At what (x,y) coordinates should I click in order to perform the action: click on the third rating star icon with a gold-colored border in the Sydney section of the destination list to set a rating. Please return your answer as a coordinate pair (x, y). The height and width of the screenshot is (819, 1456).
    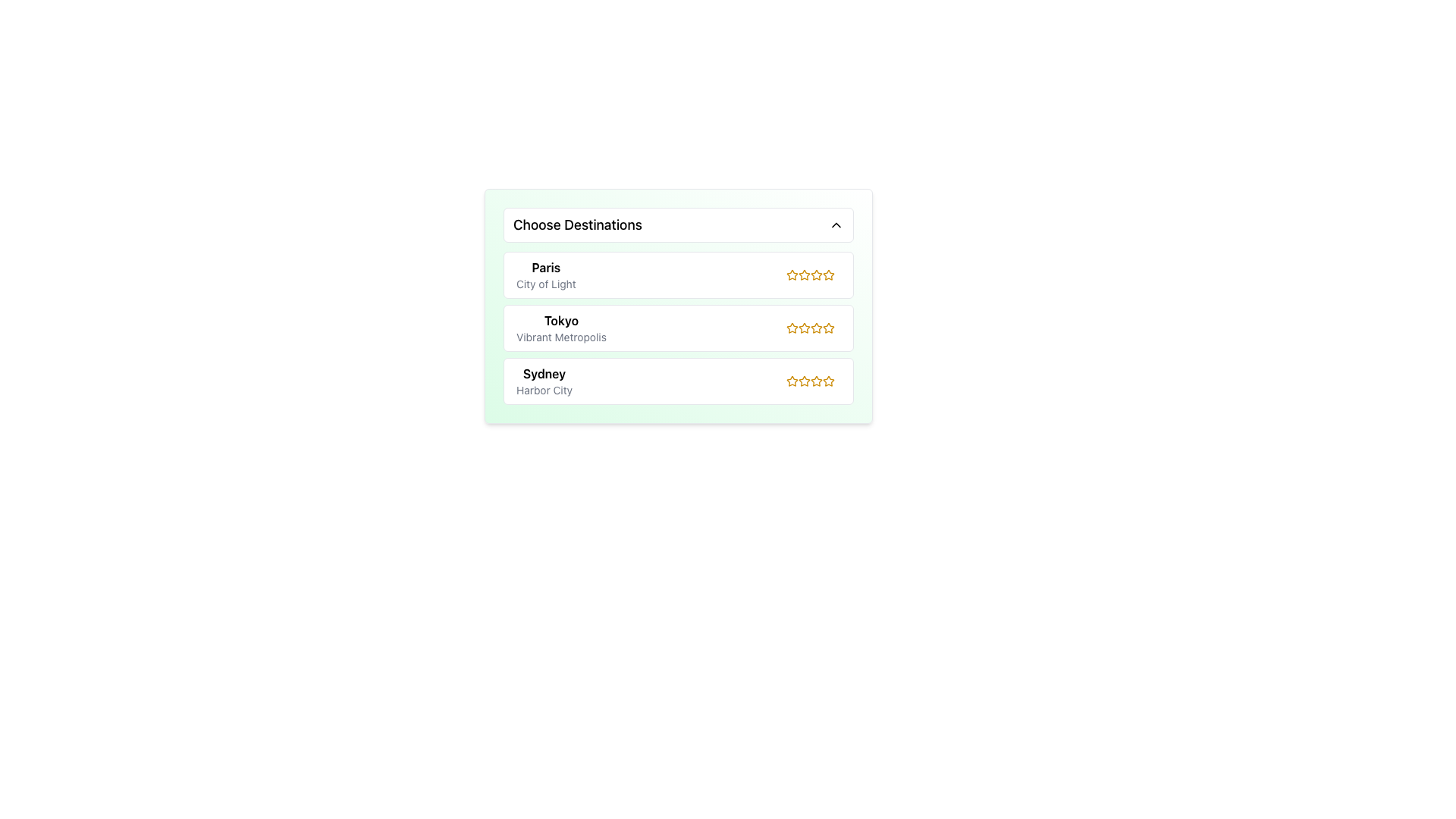
    Looking at the image, I should click on (803, 380).